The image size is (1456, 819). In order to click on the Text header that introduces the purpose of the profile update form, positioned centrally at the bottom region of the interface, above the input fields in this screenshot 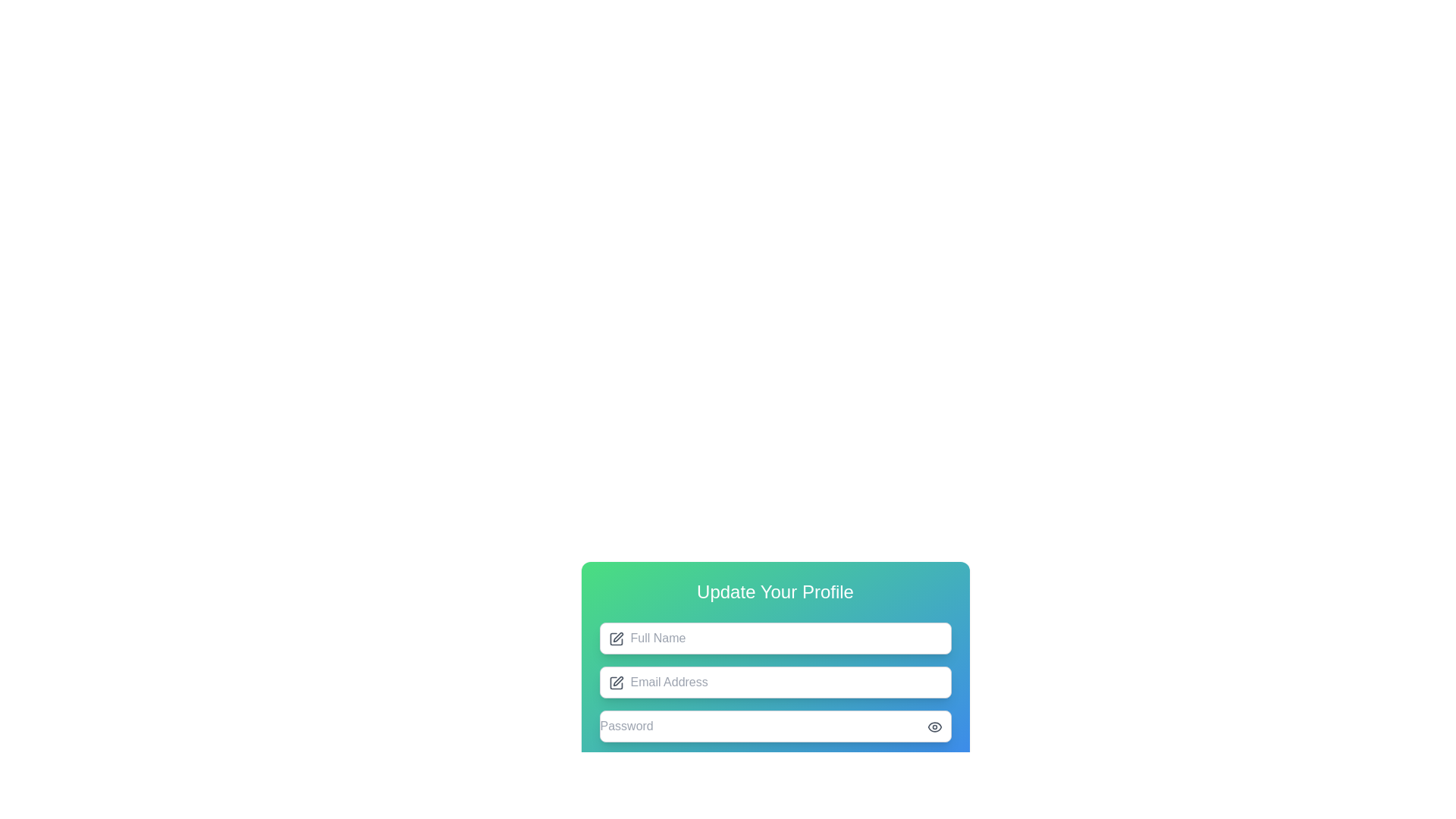, I will do `click(775, 591)`.